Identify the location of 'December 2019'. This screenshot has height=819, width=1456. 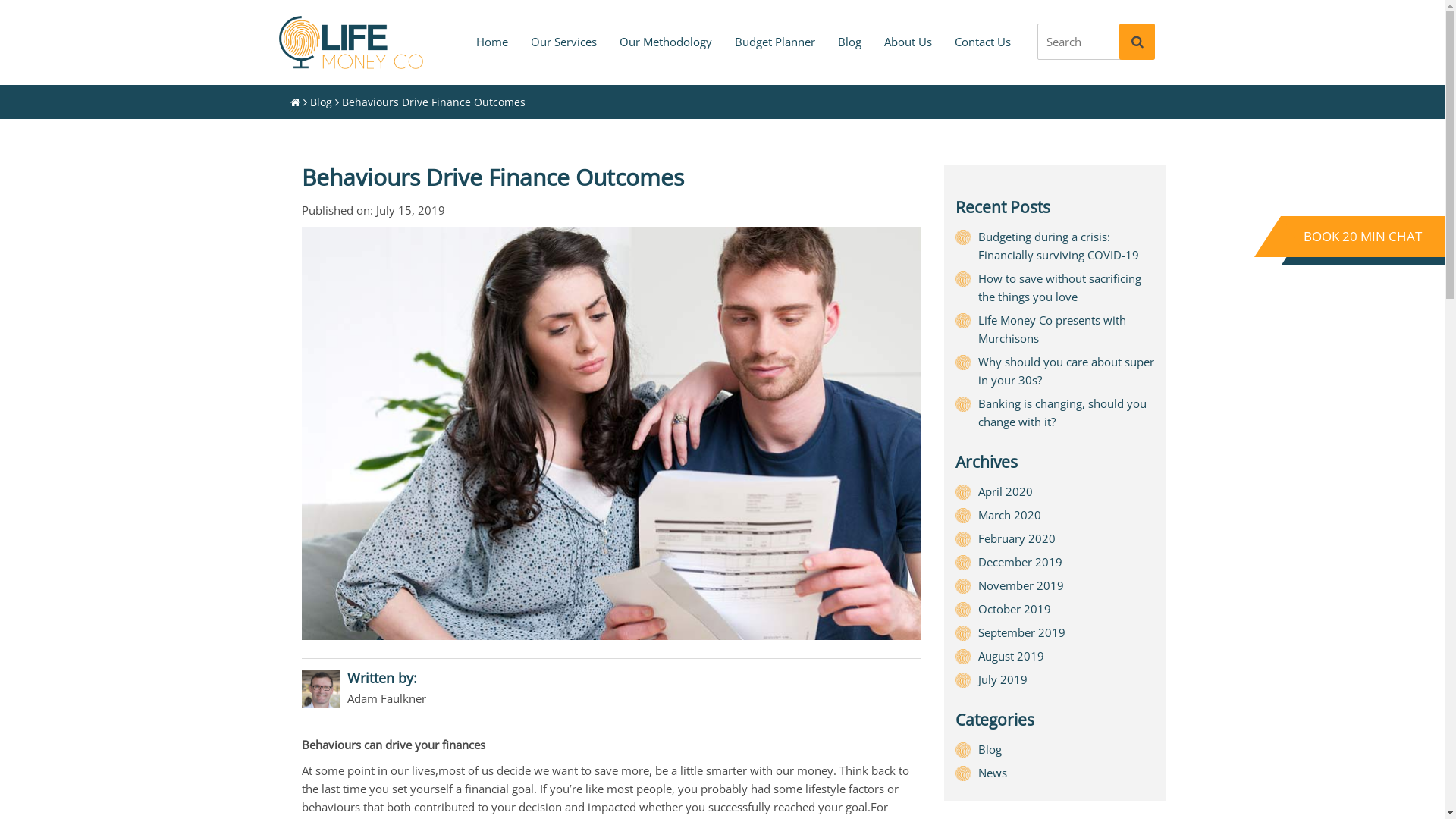
(1020, 561).